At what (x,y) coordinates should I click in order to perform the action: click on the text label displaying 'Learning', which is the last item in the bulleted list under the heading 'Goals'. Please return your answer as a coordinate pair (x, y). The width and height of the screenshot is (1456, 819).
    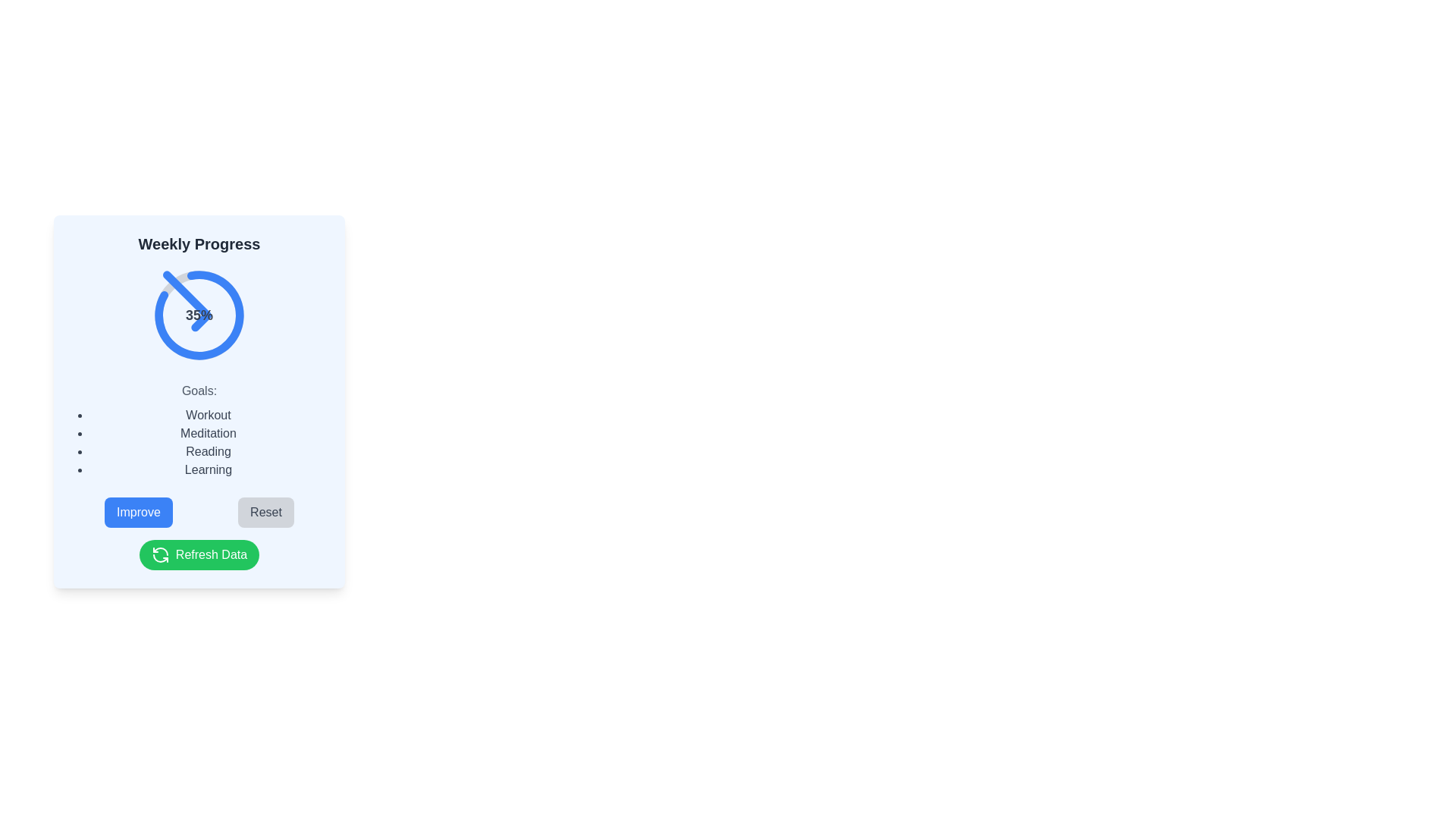
    Looking at the image, I should click on (207, 469).